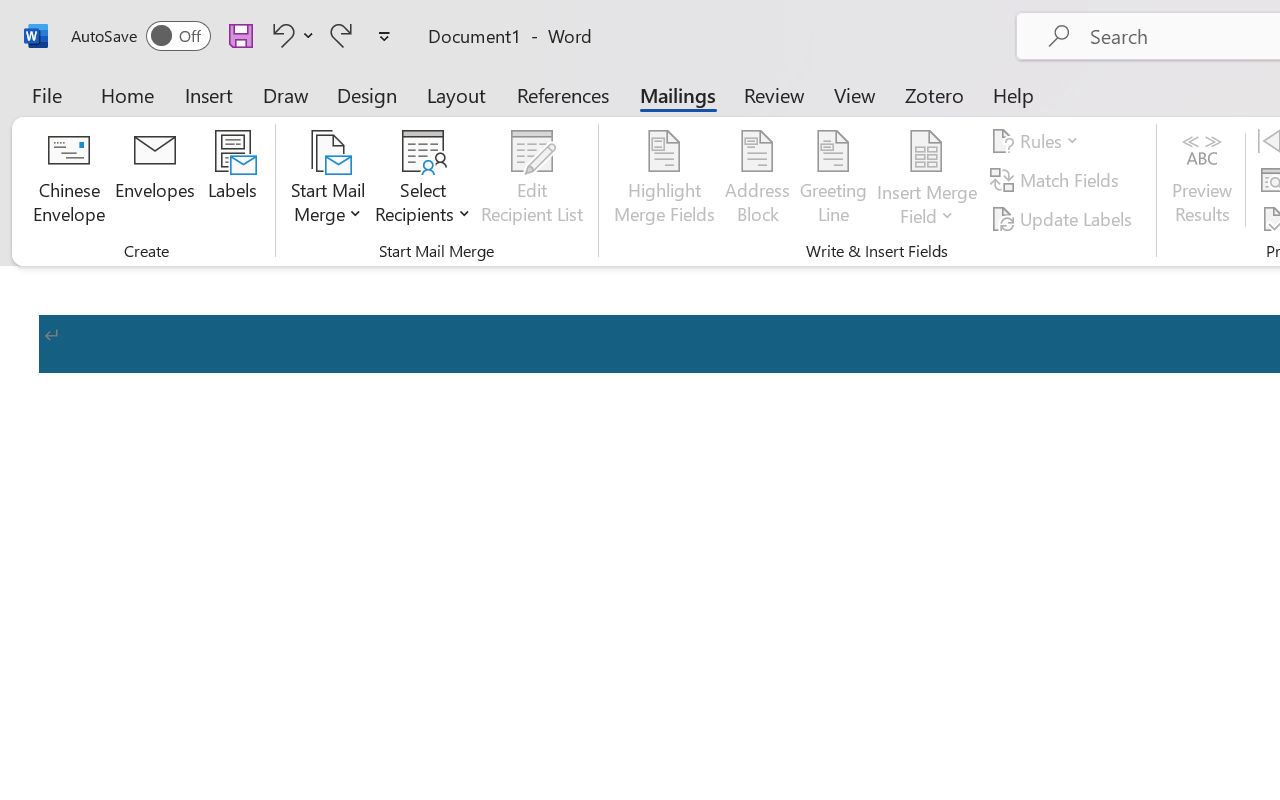 The image size is (1280, 800). Describe the element at coordinates (1201, 179) in the screenshot. I see `'Preview Results'` at that location.